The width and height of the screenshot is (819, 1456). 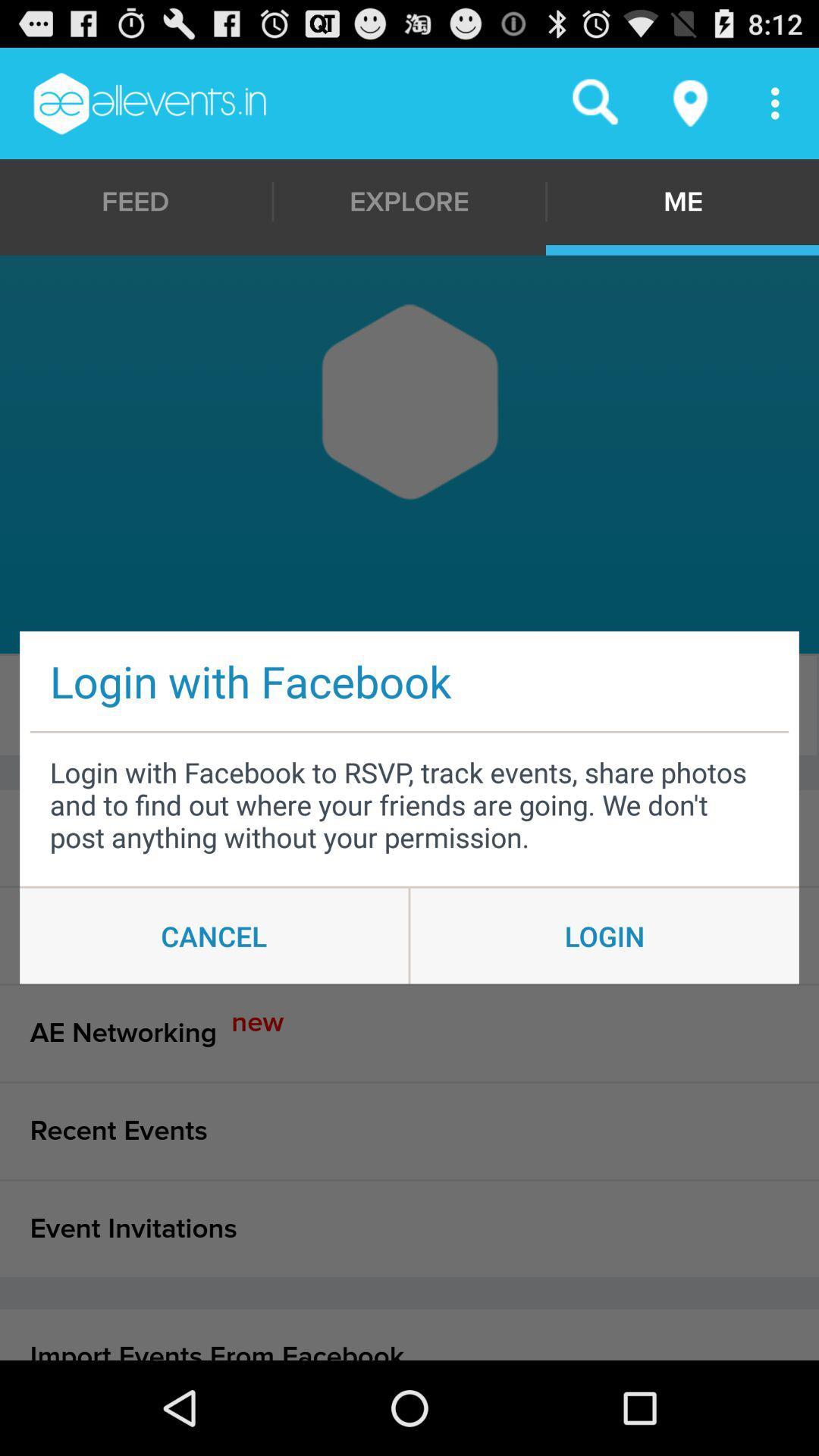 What do you see at coordinates (405, 704) in the screenshot?
I see `item to the right of events` at bounding box center [405, 704].